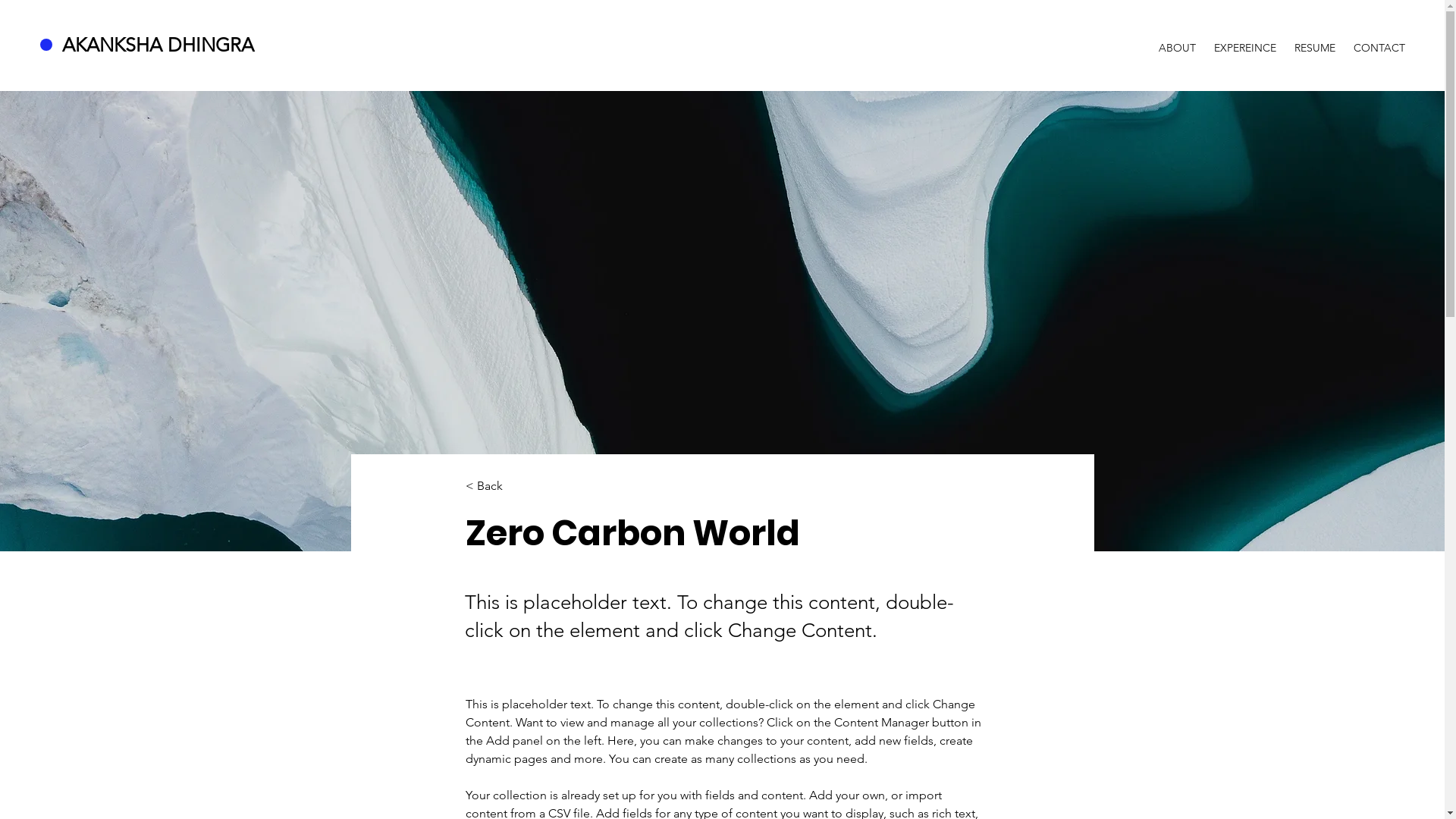  I want to click on 'ABOUT', so click(1176, 40).